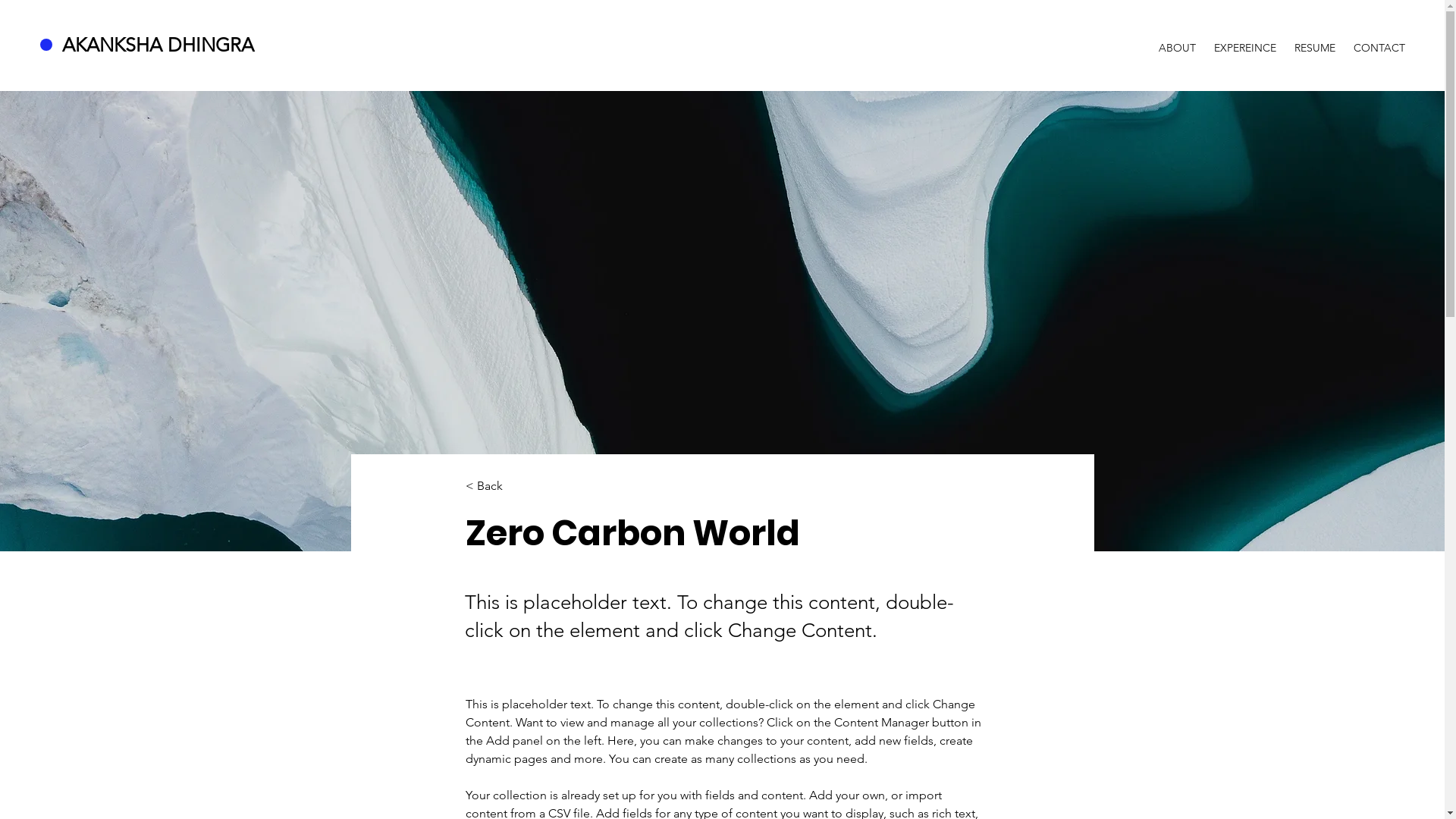  I want to click on 'ABOUT', so click(1176, 40).